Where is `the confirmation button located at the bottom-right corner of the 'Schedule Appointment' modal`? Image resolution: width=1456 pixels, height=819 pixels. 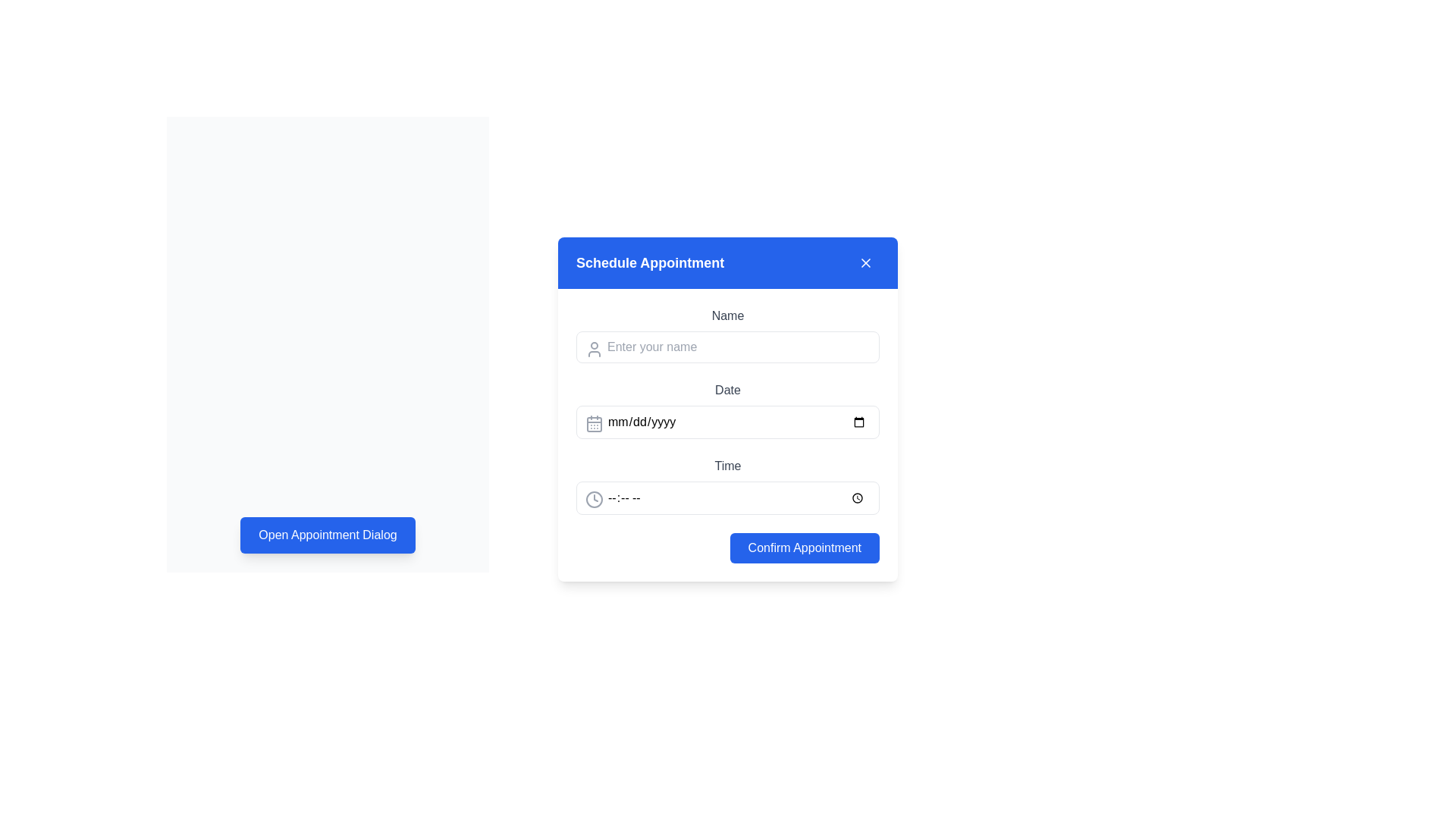 the confirmation button located at the bottom-right corner of the 'Schedule Appointment' modal is located at coordinates (728, 548).